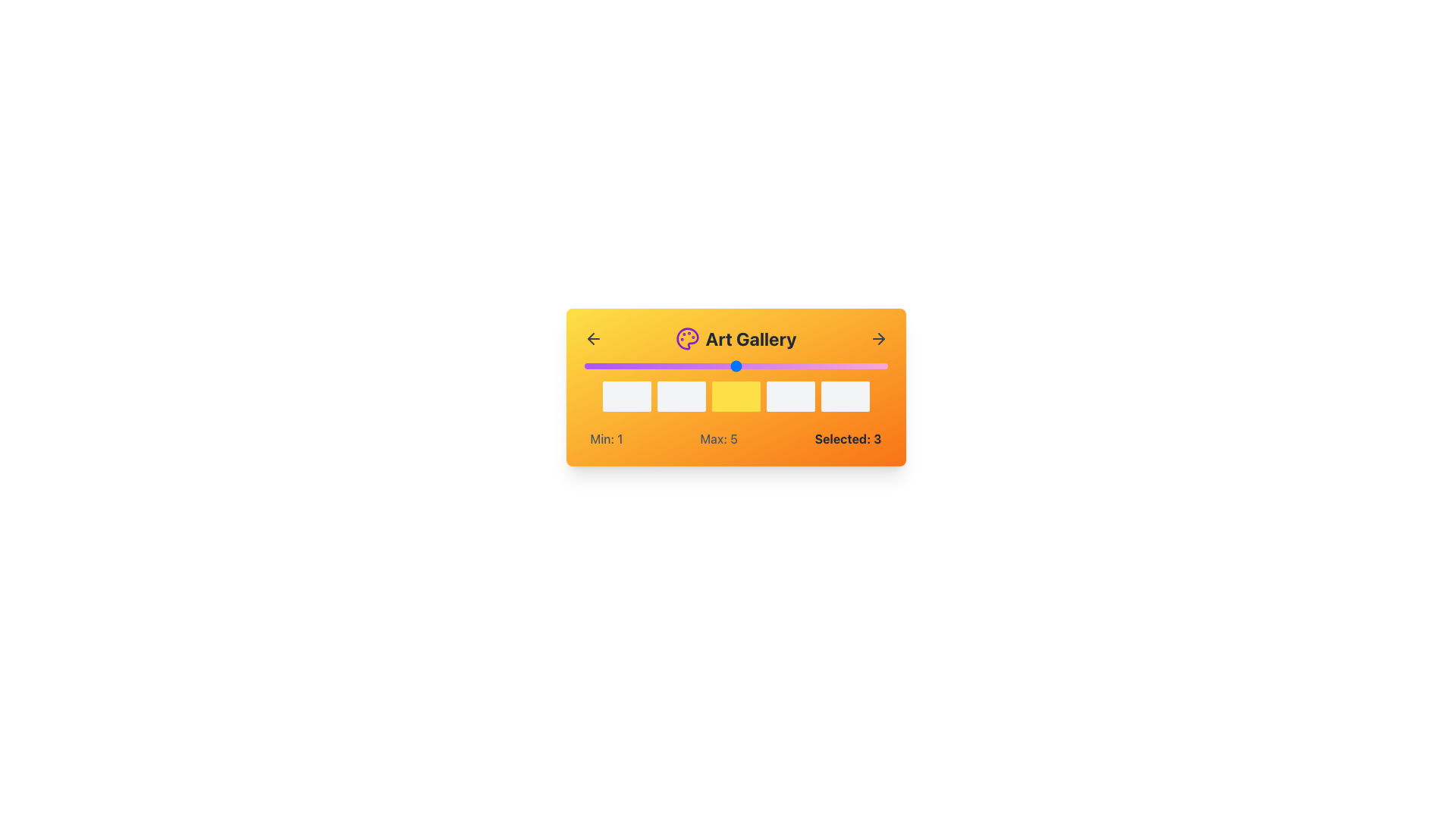 This screenshot has width=1456, height=819. Describe the element at coordinates (660, 366) in the screenshot. I see `slider value` at that location.